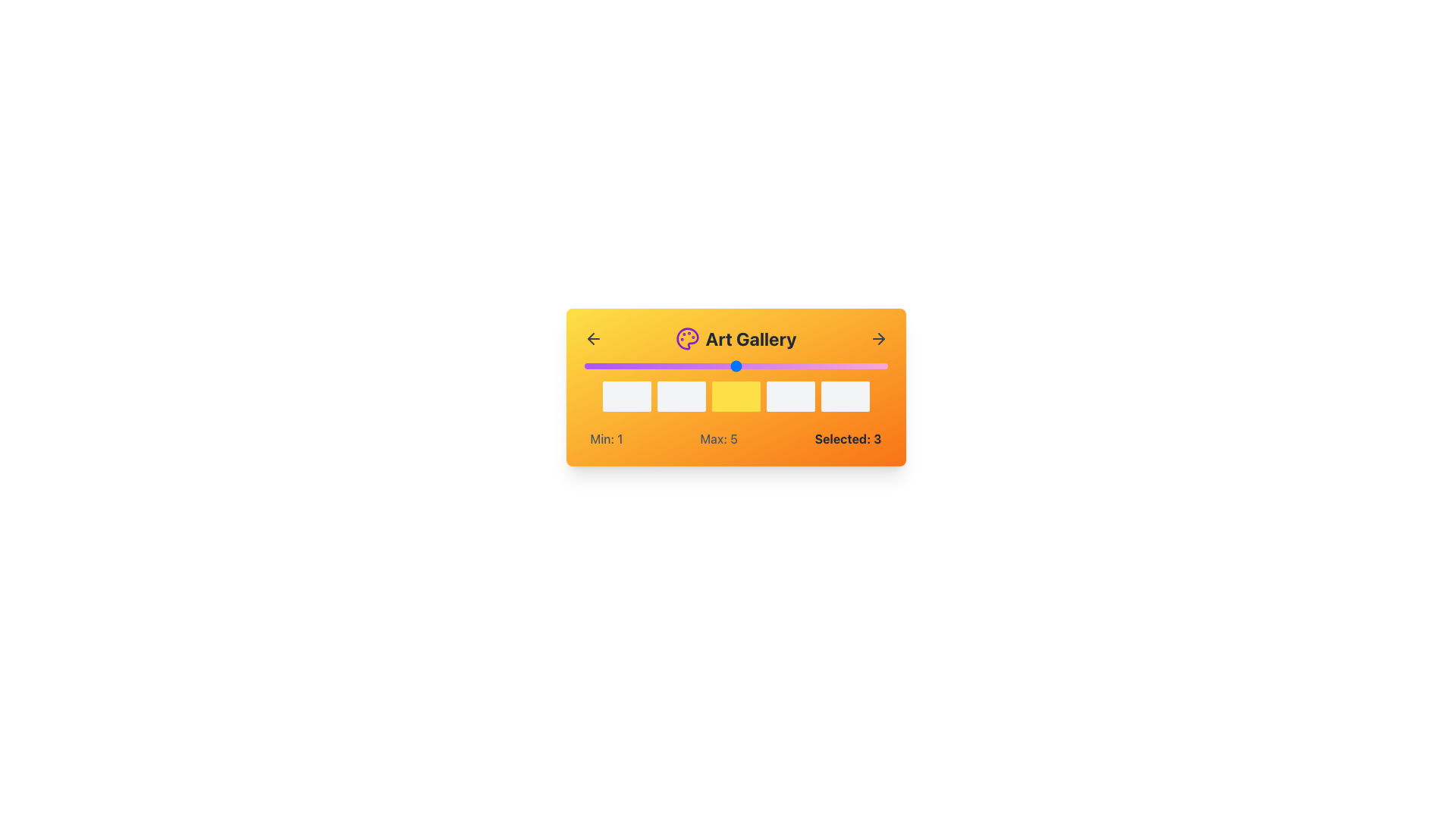 This screenshot has width=1456, height=819. Describe the element at coordinates (660, 366) in the screenshot. I see `slider value` at that location.